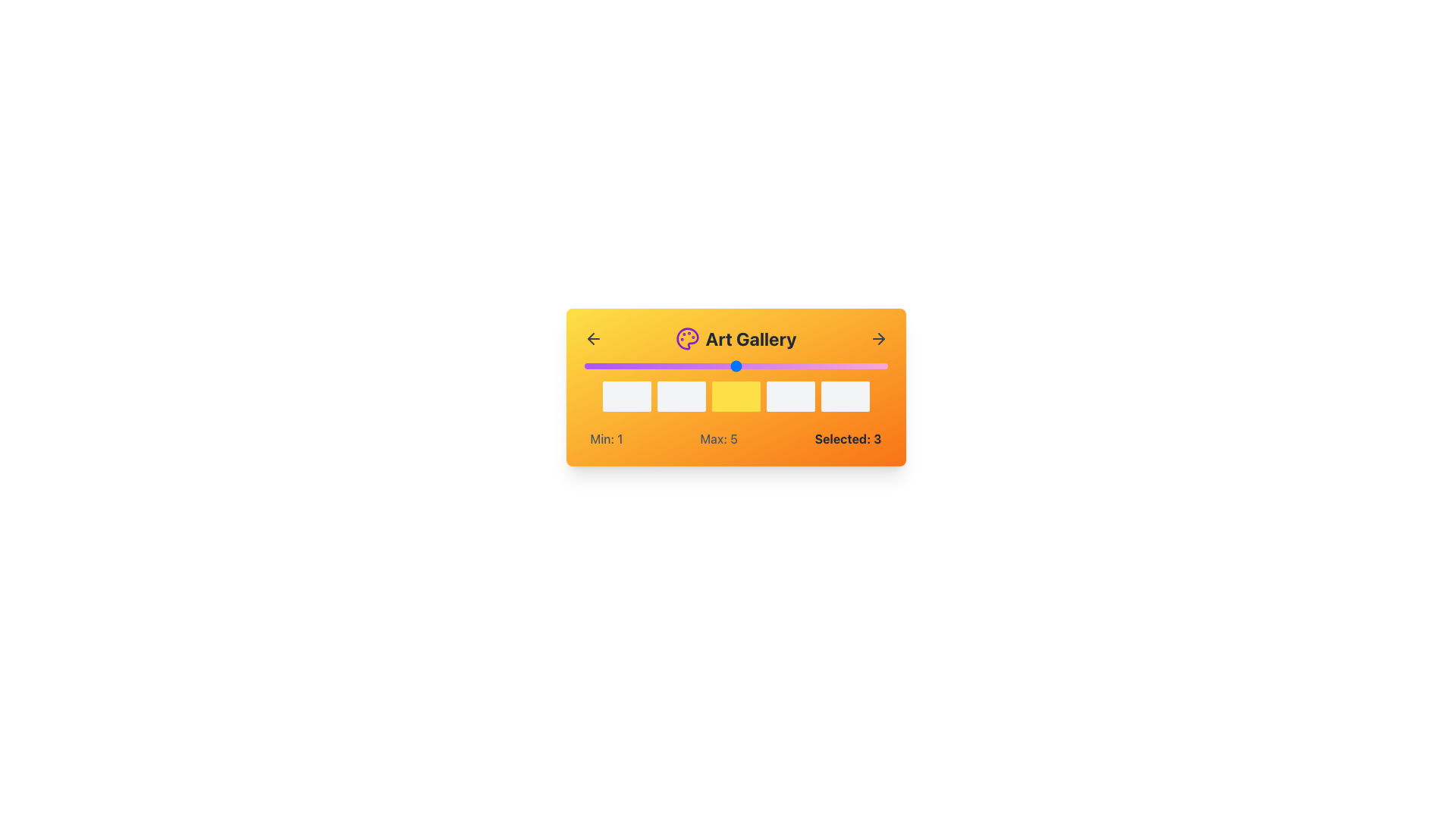 This screenshot has width=1456, height=819. Describe the element at coordinates (660, 366) in the screenshot. I see `slider value` at that location.